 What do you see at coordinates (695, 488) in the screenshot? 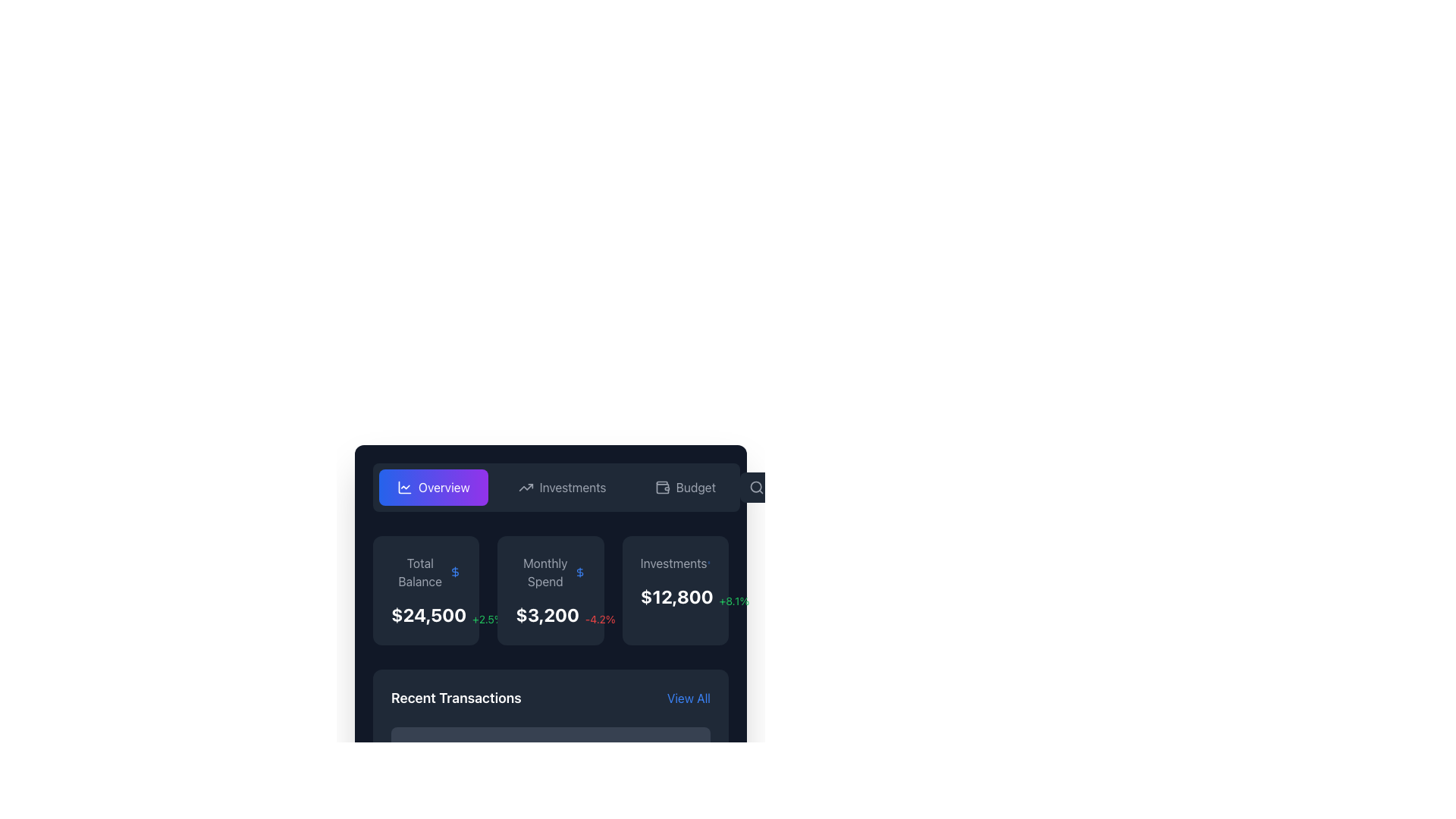
I see `the 'Budget' text label, which is styled for high contrast against a dark background and positioned next to a wallet icon in the navigation bar` at bounding box center [695, 488].